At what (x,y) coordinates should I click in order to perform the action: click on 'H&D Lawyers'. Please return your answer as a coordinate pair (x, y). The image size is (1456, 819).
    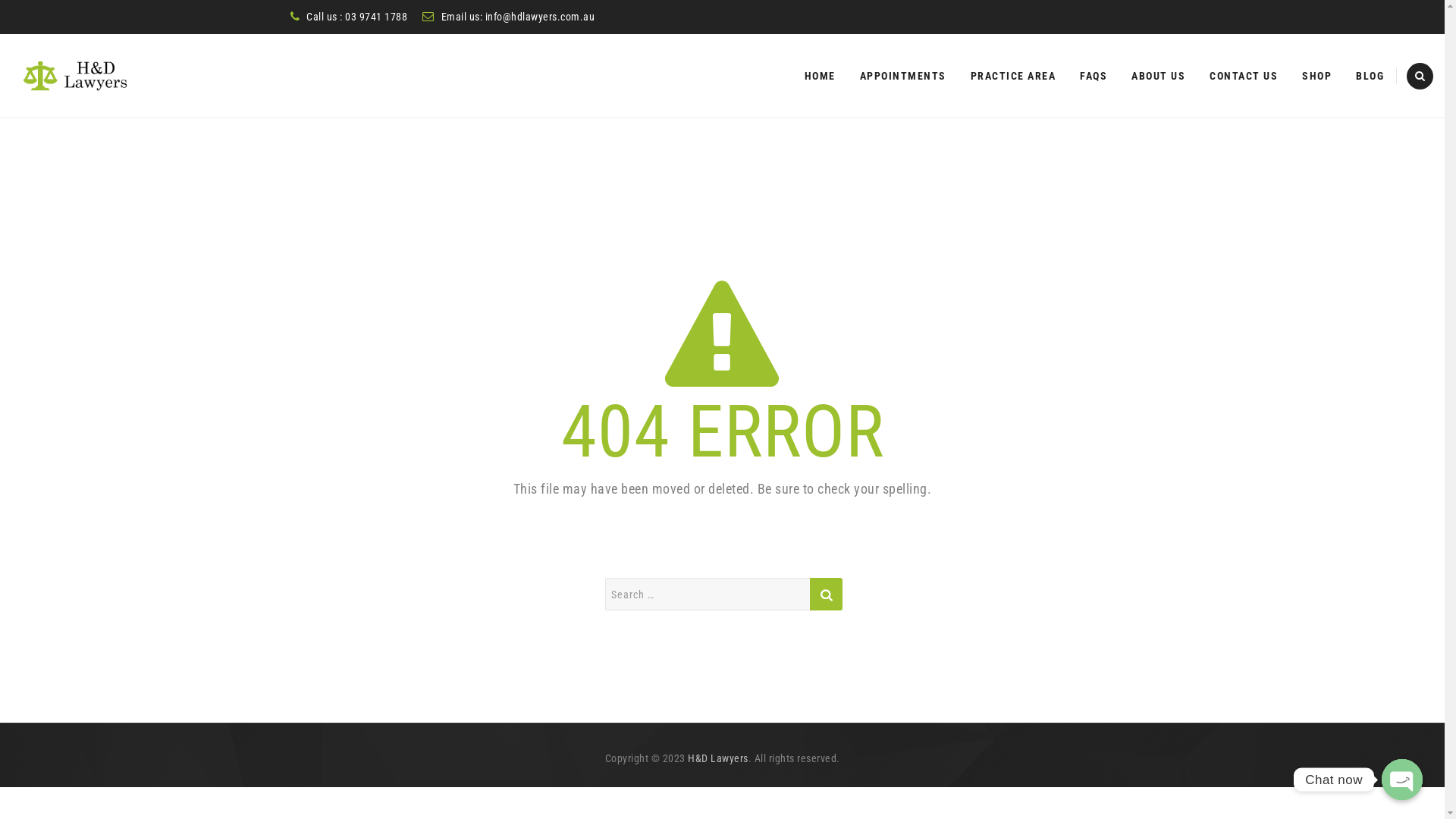
    Looking at the image, I should click on (717, 758).